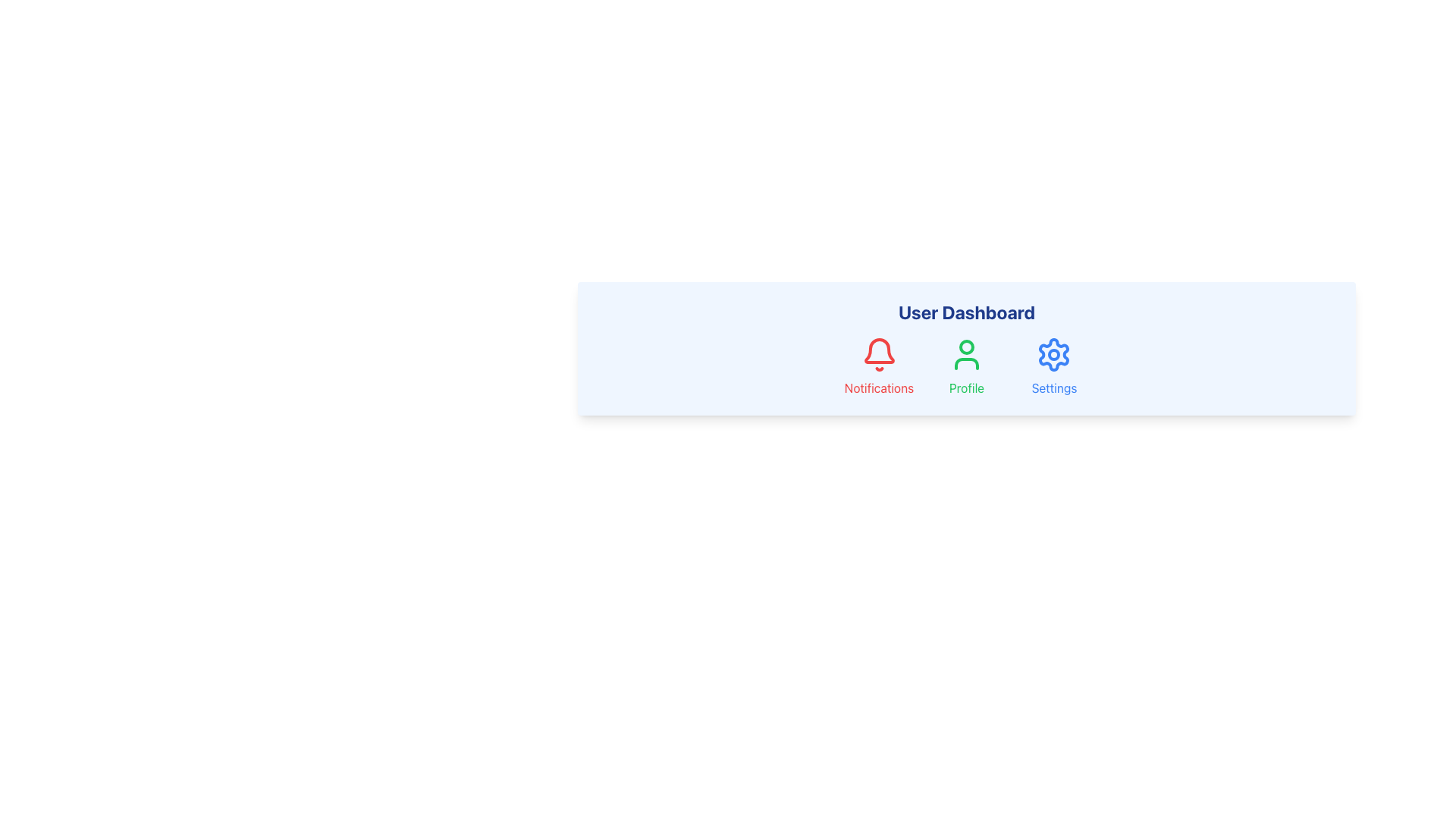 This screenshot has width=1456, height=819. What do you see at coordinates (1053, 354) in the screenshot?
I see `the gear-like icon representing the settings functionality` at bounding box center [1053, 354].